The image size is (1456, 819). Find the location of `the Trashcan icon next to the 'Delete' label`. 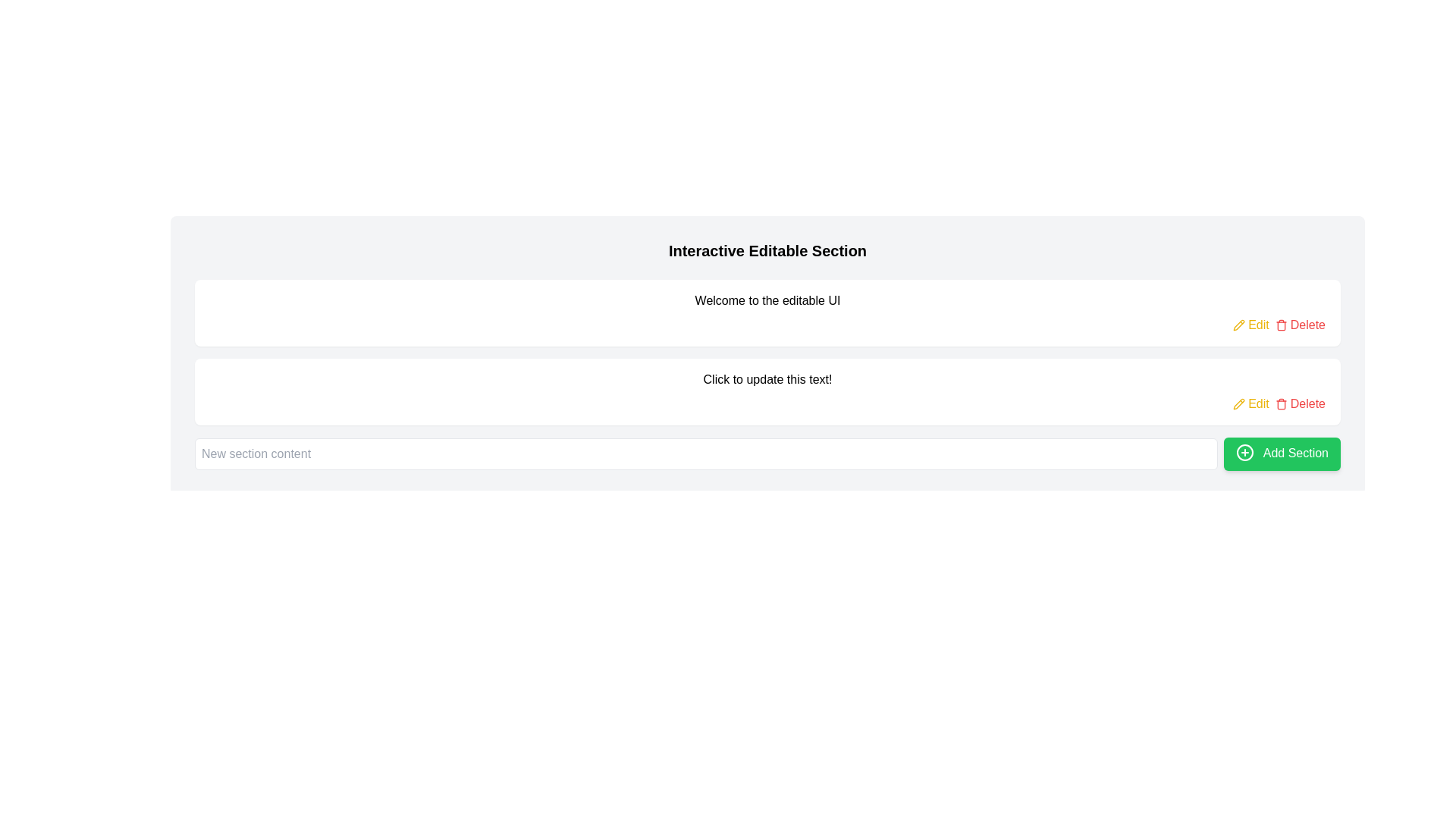

the Trashcan icon next to the 'Delete' label is located at coordinates (1280, 324).